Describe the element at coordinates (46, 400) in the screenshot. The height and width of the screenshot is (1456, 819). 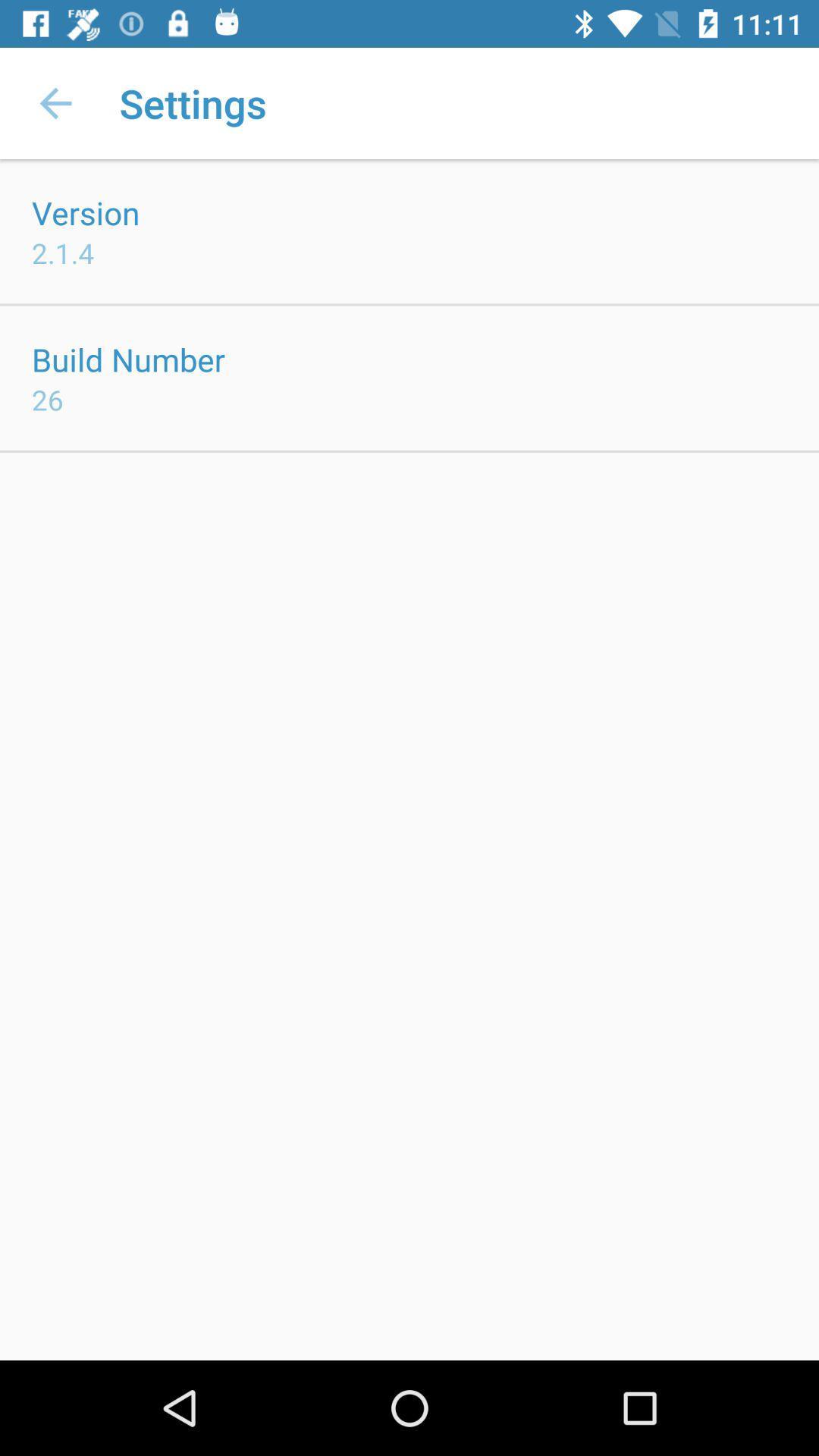
I see `the 26 item` at that location.